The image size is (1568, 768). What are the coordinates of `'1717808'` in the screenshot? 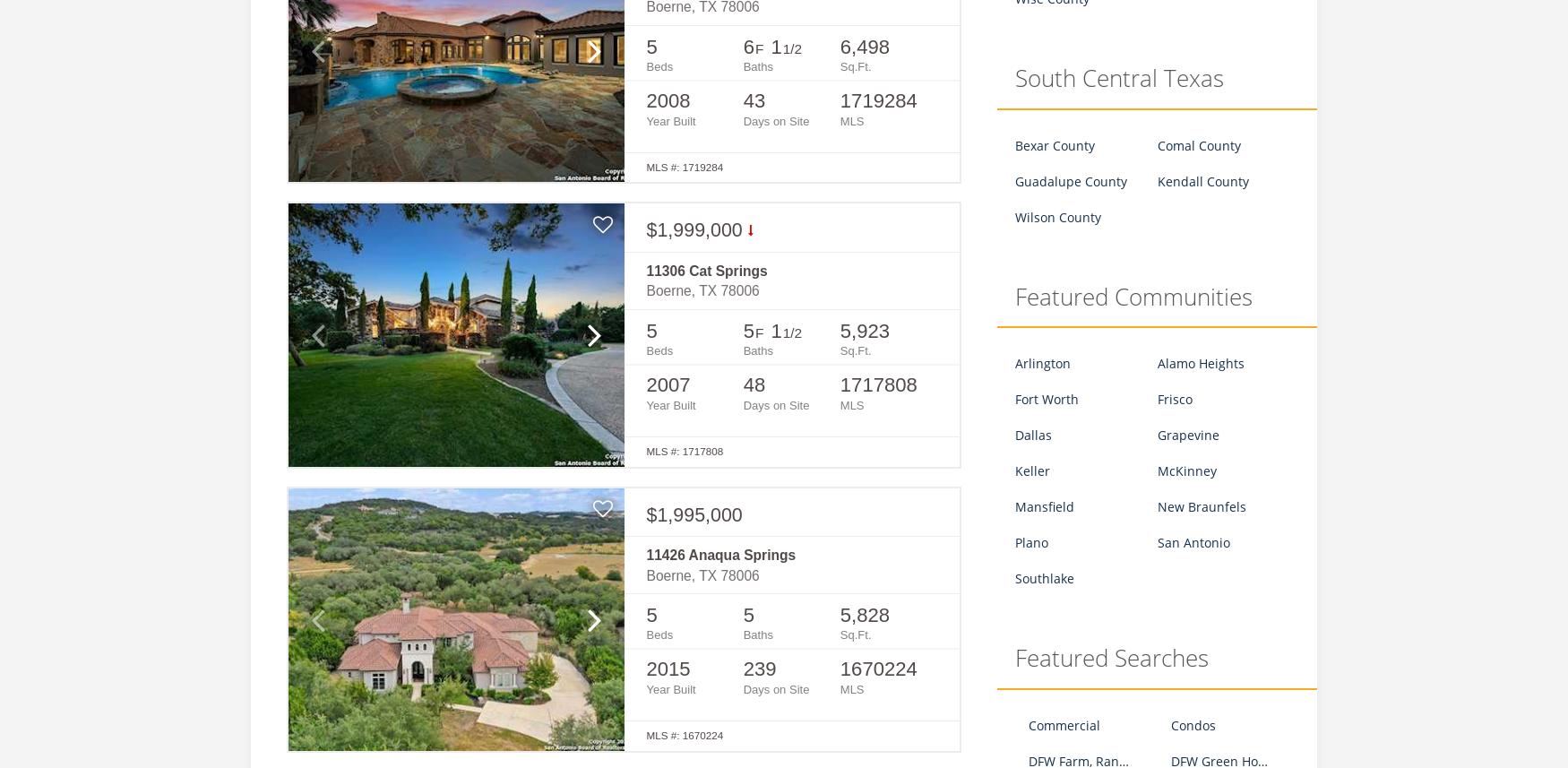 It's located at (878, 384).